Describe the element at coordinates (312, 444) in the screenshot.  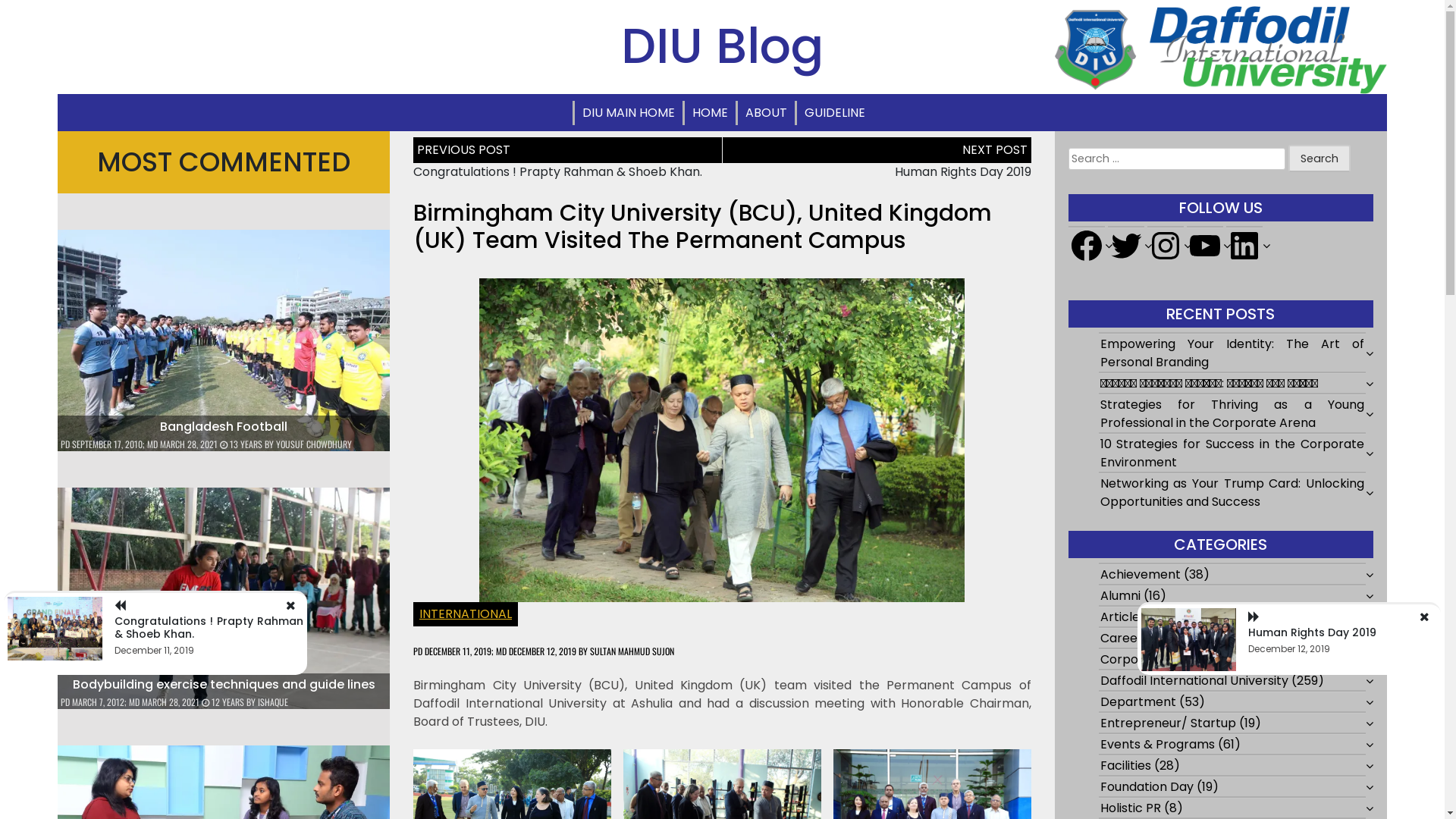
I see `'YOUSUF CHOWDHURY'` at that location.